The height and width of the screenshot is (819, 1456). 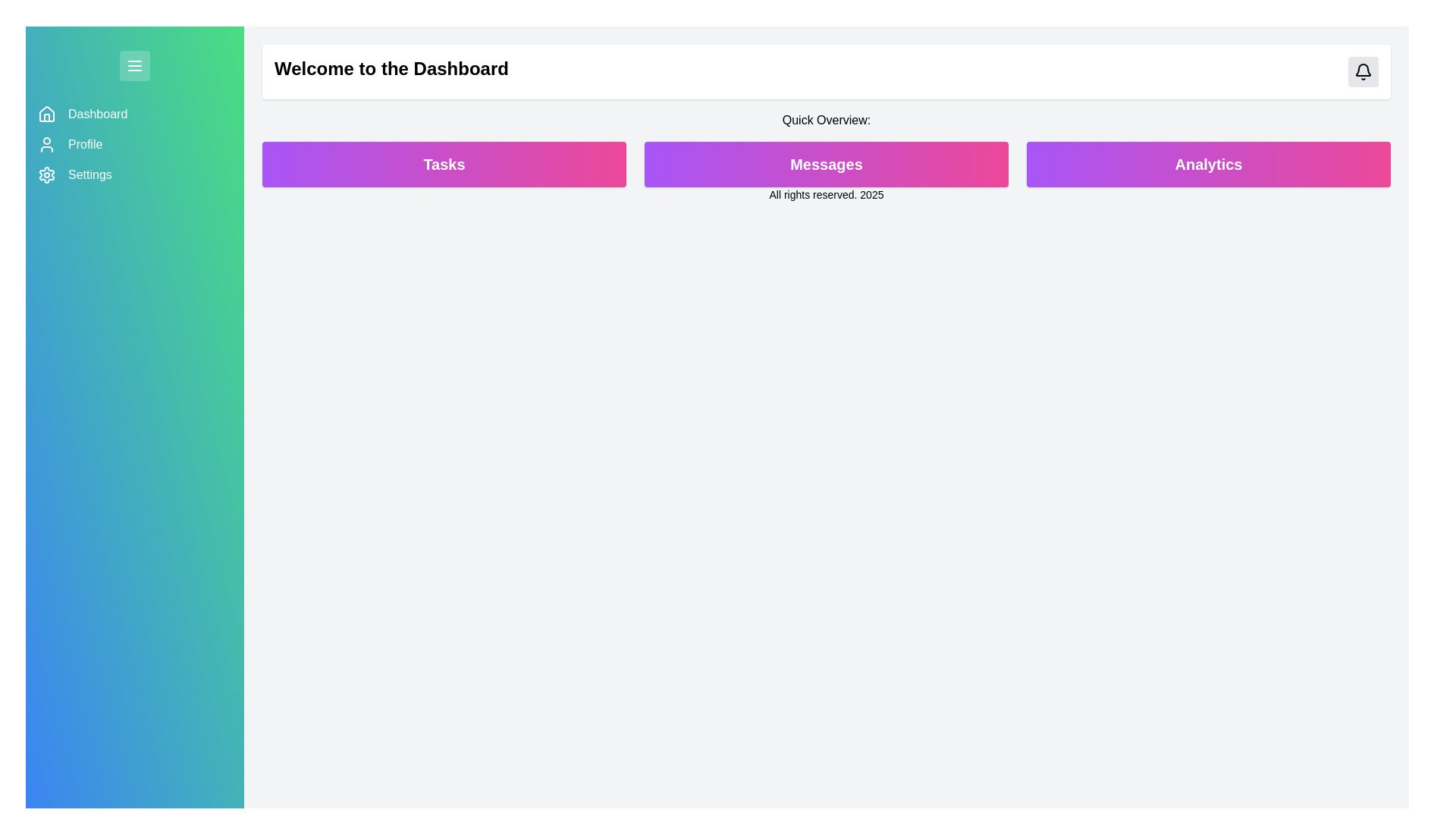 I want to click on the navigation label positioned at the bottom of the sidebar, below 'Dashboard' and 'Profile', so click(x=89, y=174).